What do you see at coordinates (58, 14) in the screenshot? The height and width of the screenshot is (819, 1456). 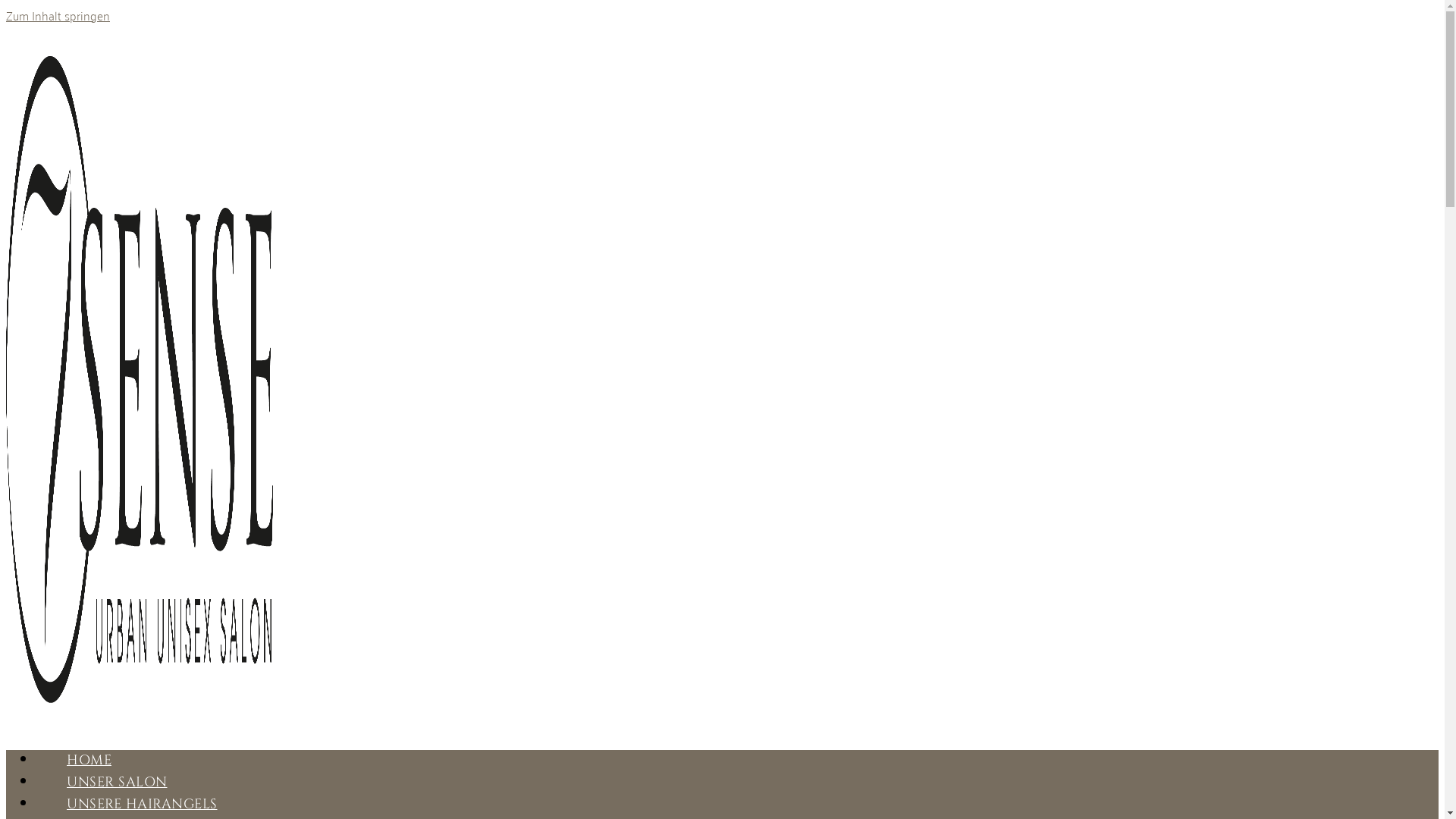 I see `'Zum Inhalt springen'` at bounding box center [58, 14].